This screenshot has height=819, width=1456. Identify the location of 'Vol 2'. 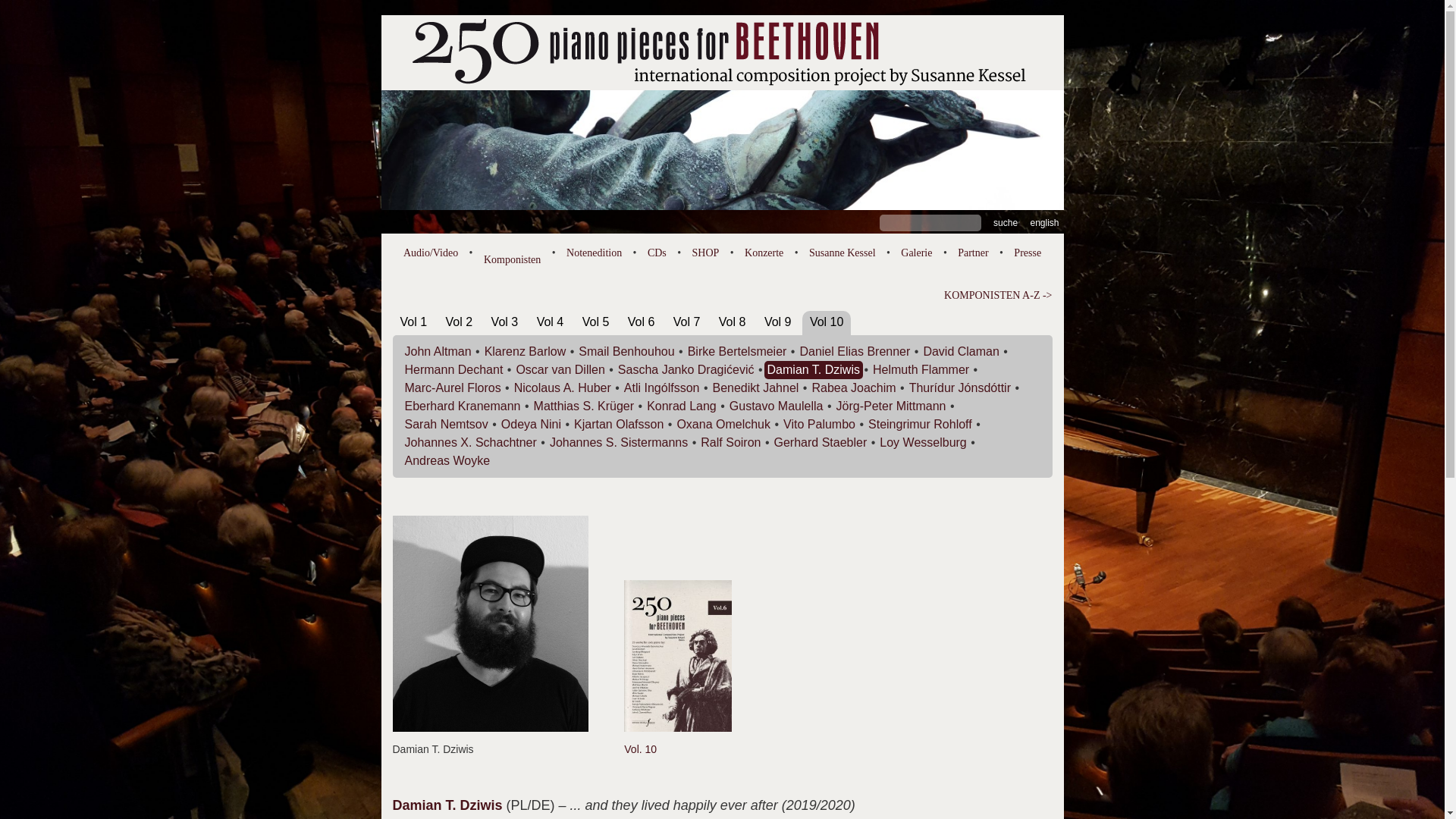
(458, 321).